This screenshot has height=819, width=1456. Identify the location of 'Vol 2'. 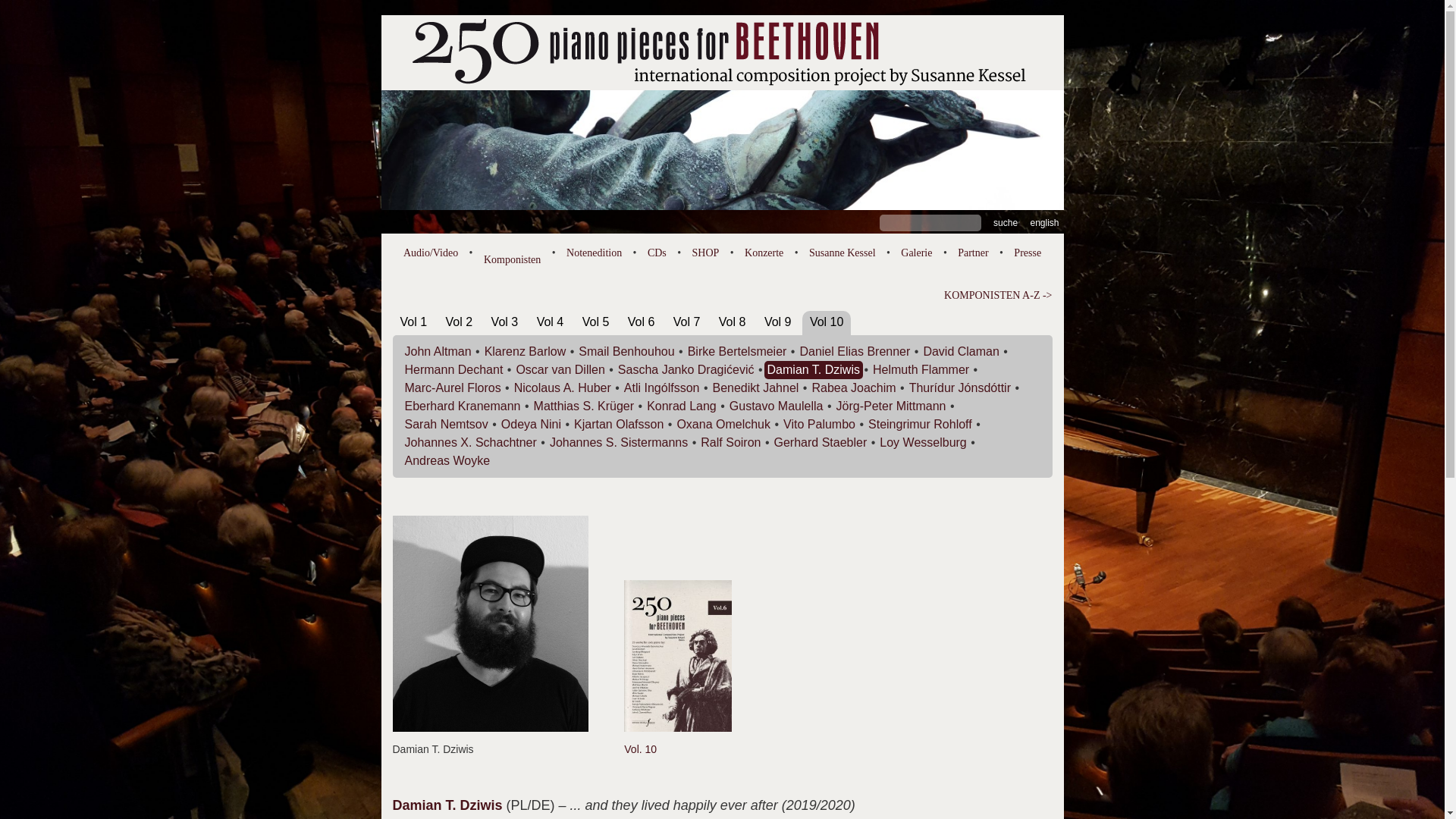
(458, 321).